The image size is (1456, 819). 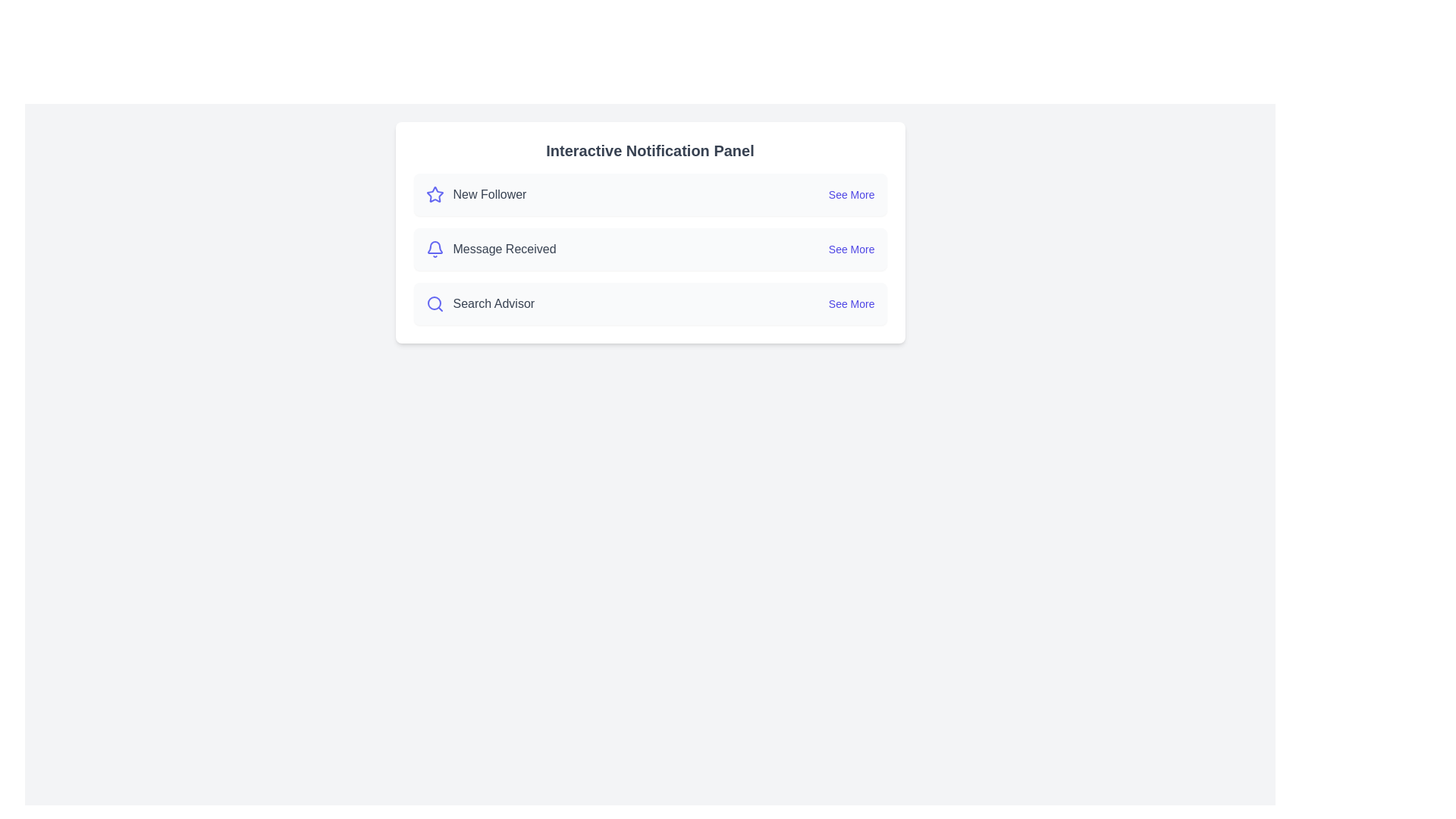 What do you see at coordinates (434, 304) in the screenshot?
I see `the 'Search Advisor' icon located in the third row of the interactive notification panel, positioned at the leftmost side, next to the 'Search Advisor' label` at bounding box center [434, 304].